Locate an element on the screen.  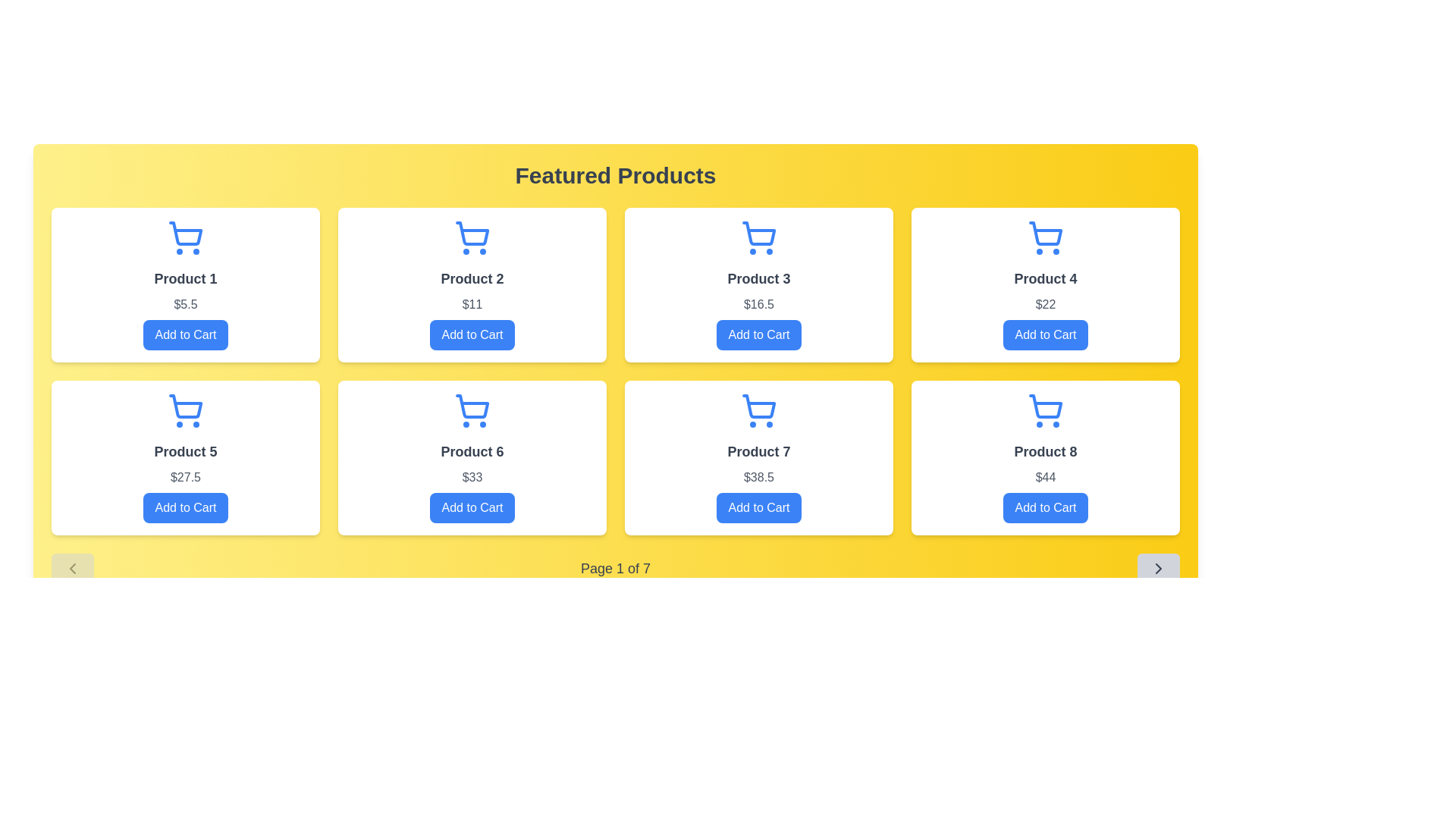
the button to add 'Product 7' to the cart, which is located in the second row and third column of the product grid is located at coordinates (759, 508).